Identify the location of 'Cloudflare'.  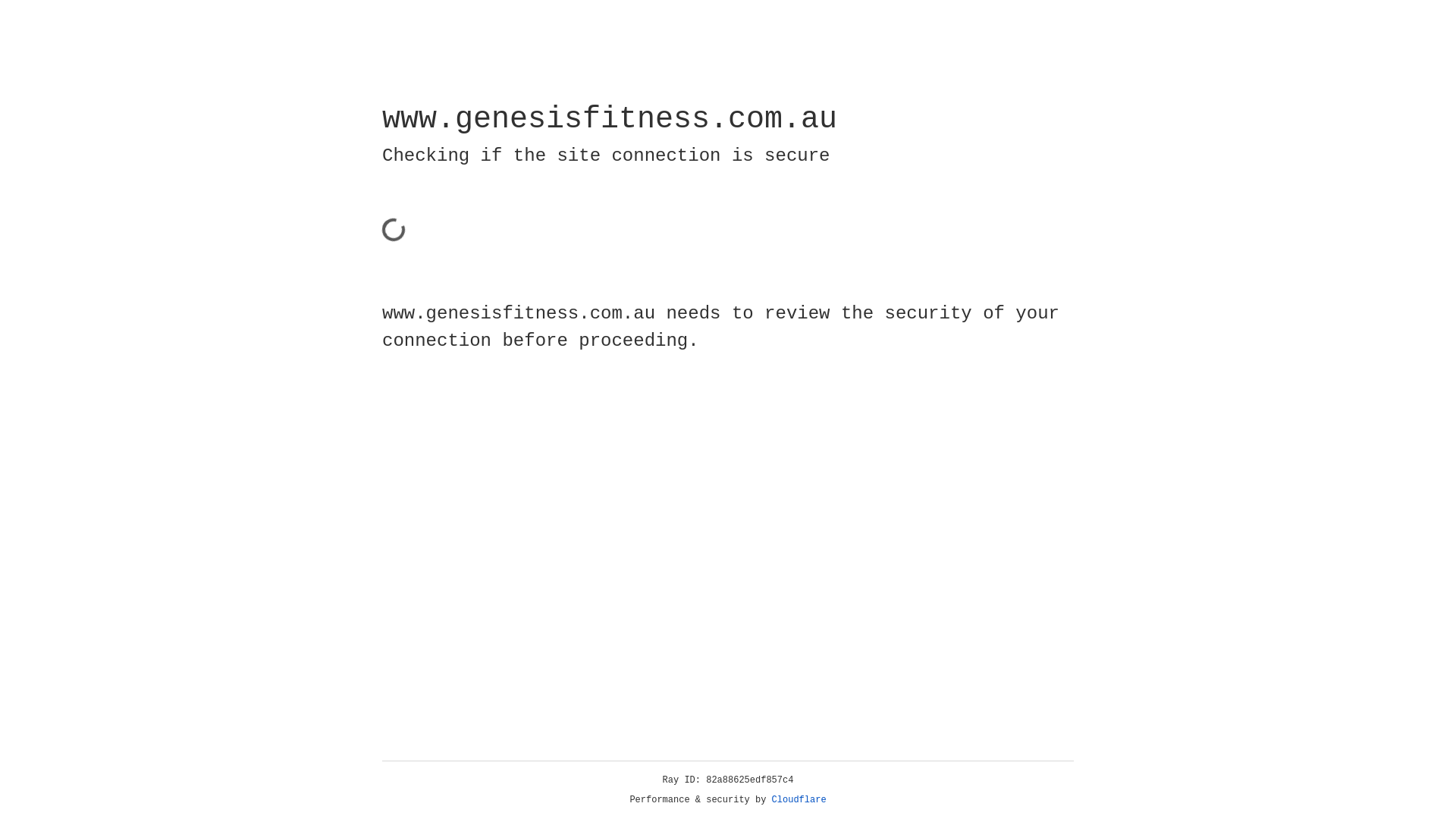
(771, 799).